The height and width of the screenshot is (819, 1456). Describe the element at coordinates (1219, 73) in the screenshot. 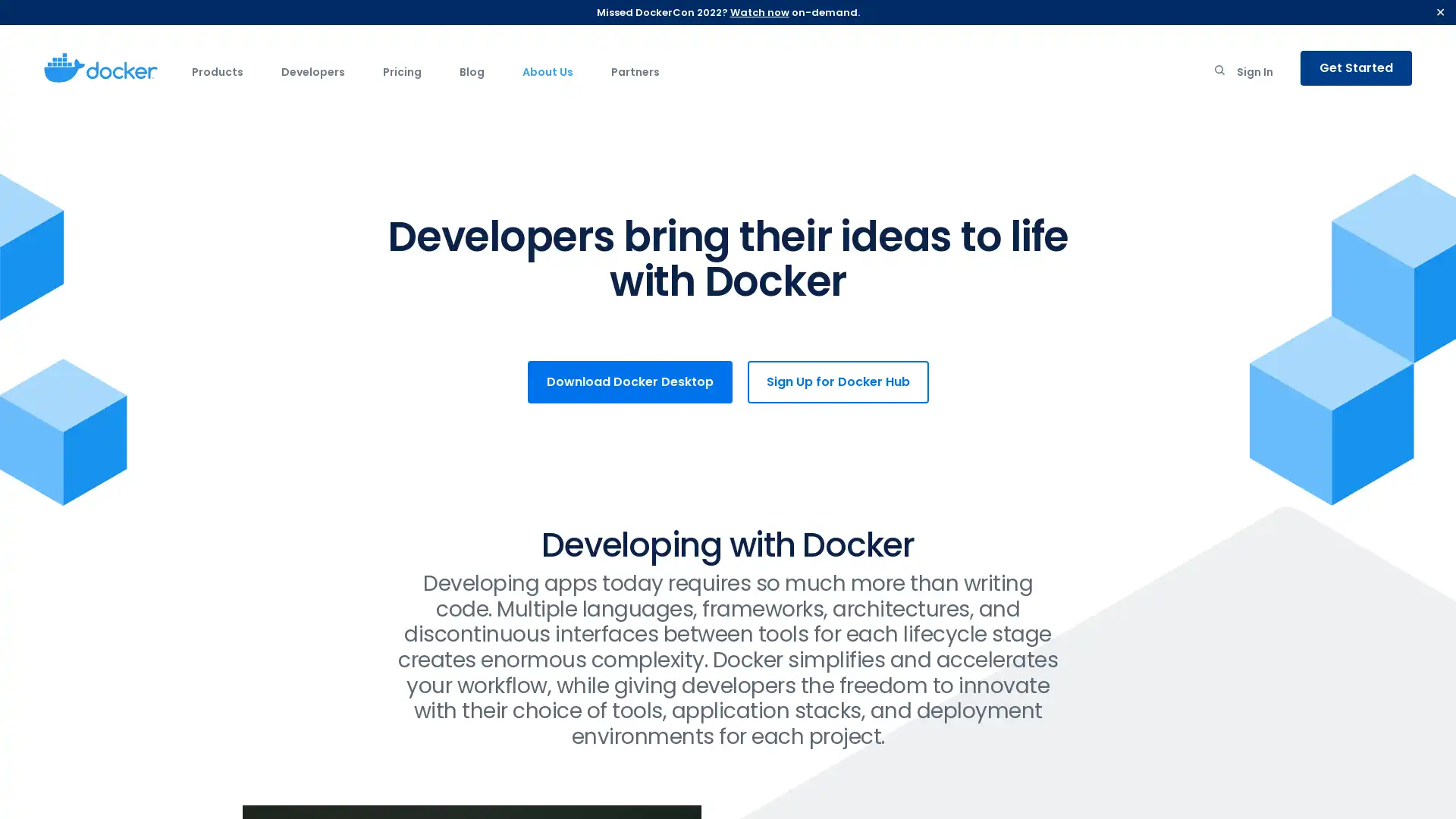

I see `Search` at that location.